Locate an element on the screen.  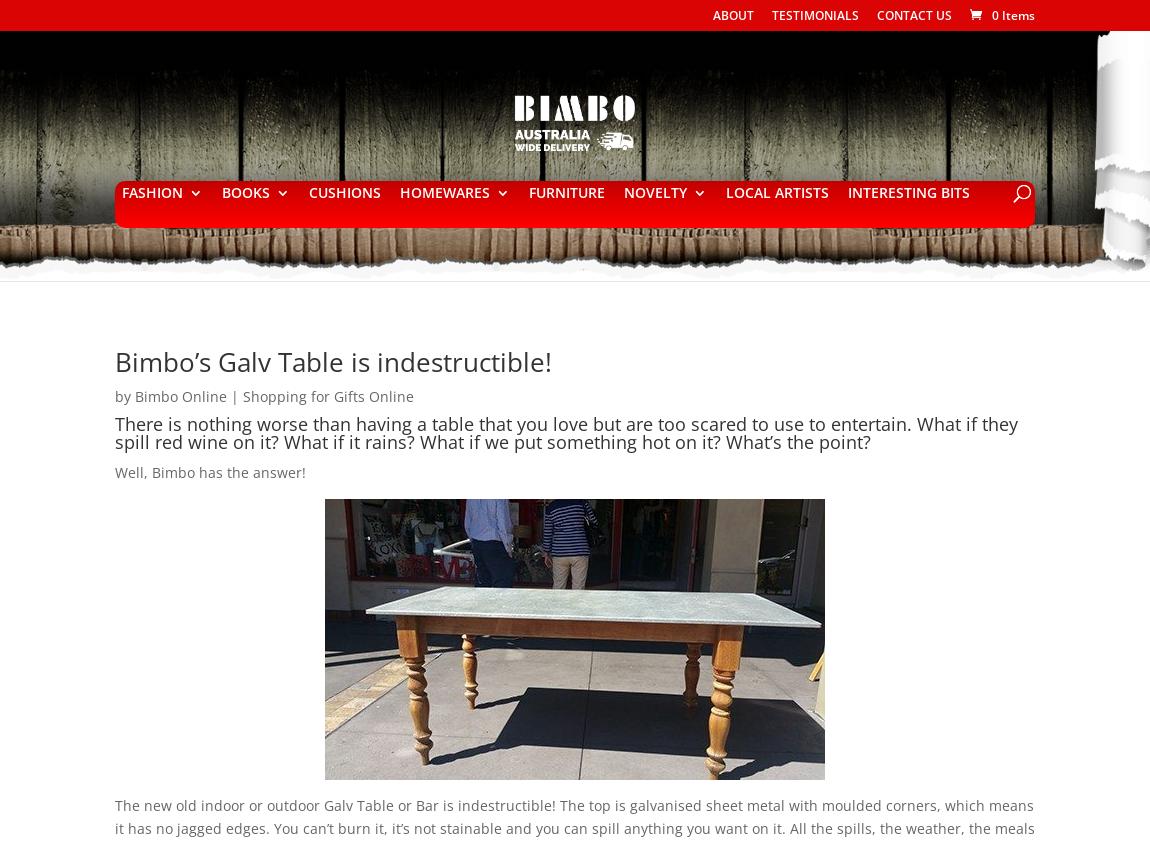
'LIGHTING' is located at coordinates (471, 350).